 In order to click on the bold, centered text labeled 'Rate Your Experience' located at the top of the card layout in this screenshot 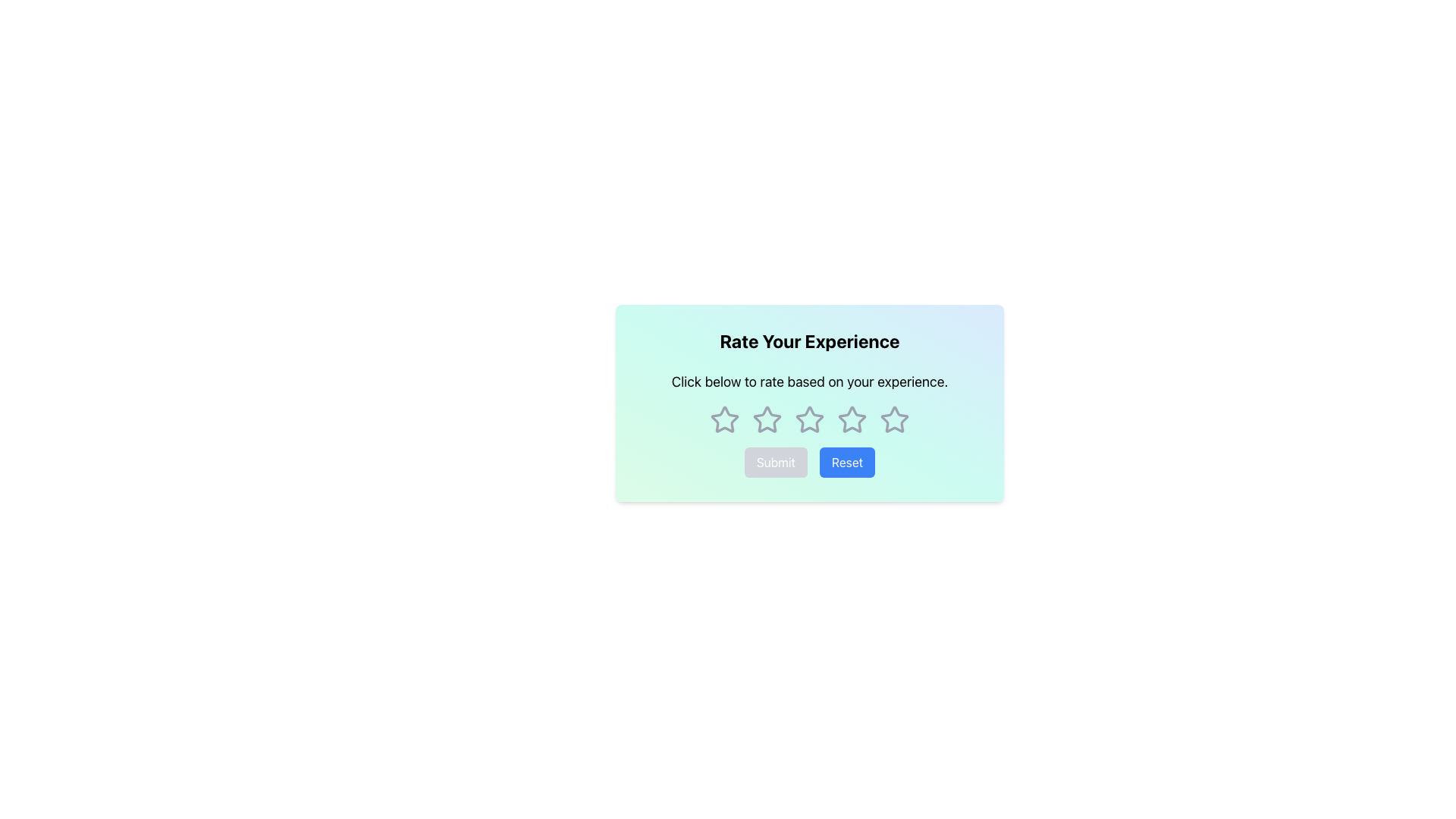, I will do `click(809, 341)`.